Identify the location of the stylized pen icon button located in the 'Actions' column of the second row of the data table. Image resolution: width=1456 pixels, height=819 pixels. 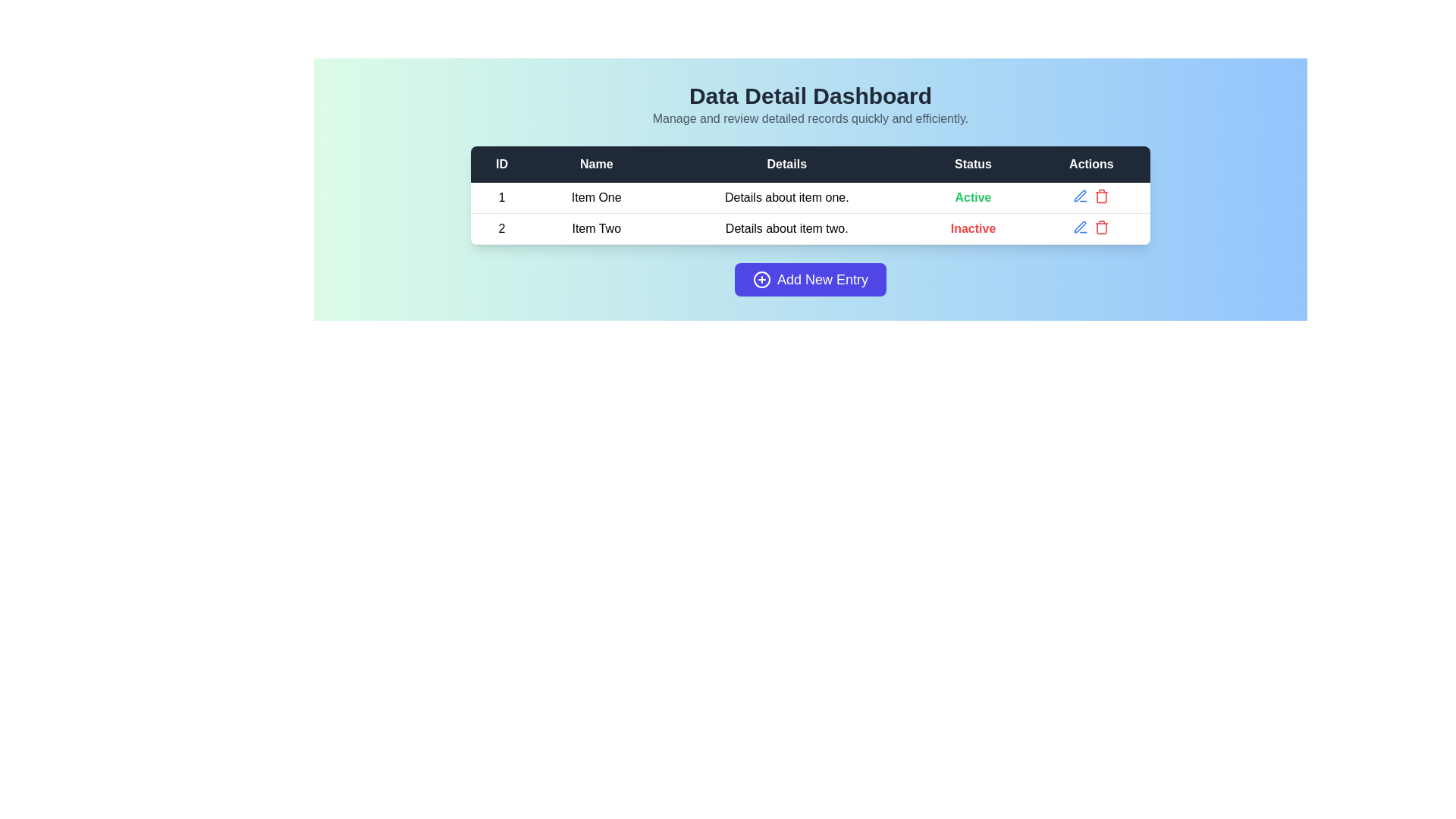
(1080, 195).